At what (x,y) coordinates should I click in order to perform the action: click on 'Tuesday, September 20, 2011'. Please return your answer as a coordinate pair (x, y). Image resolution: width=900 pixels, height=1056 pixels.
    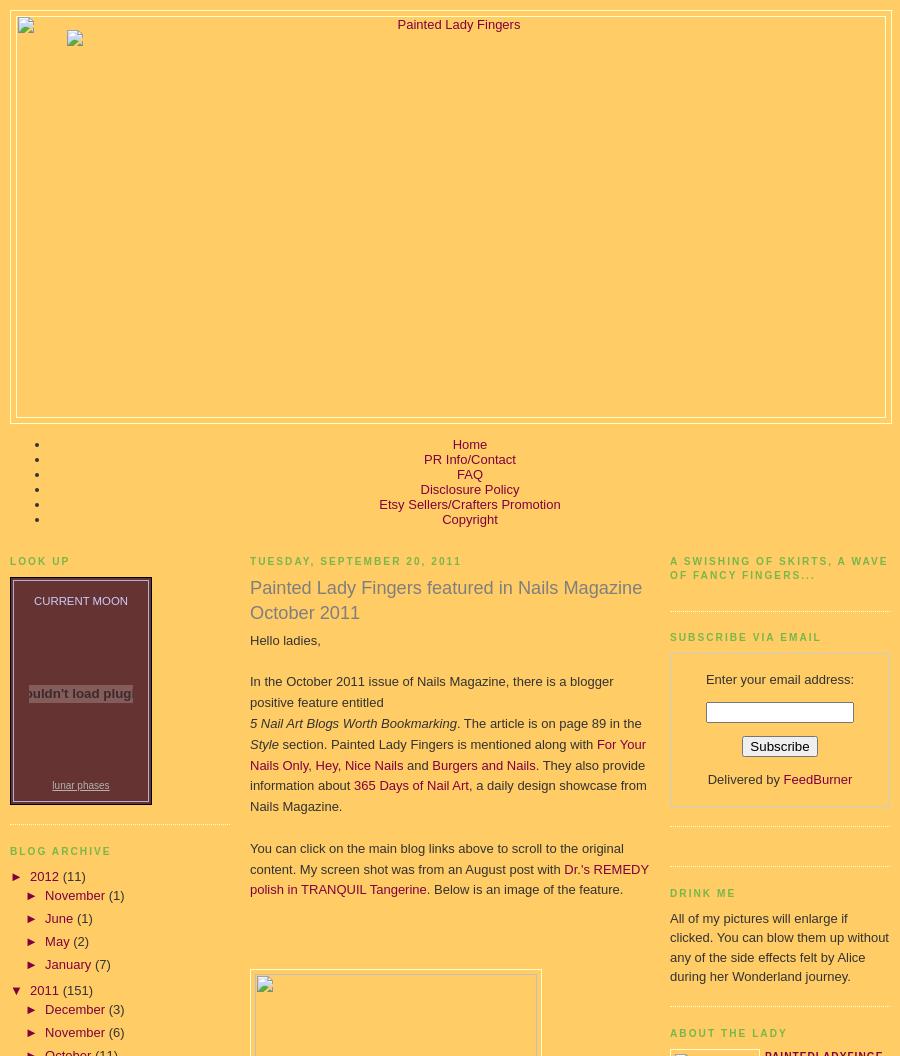
    Looking at the image, I should click on (355, 561).